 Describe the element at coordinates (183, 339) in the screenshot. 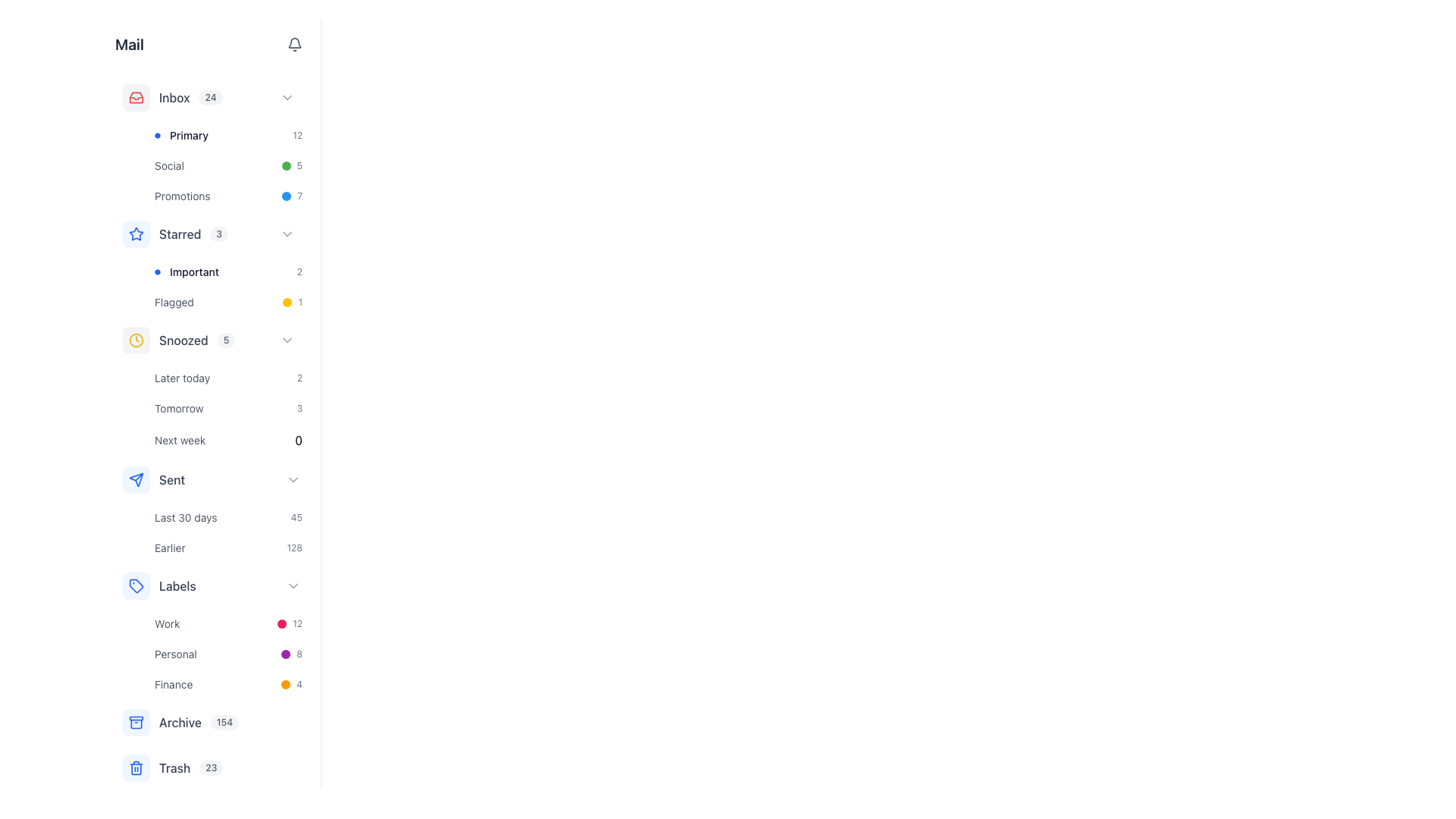

I see `label text representing the mail category or status named 'Snoozed' located in the vertical navigation panel under the 'Starred' section and above the 'Later today' label` at that location.